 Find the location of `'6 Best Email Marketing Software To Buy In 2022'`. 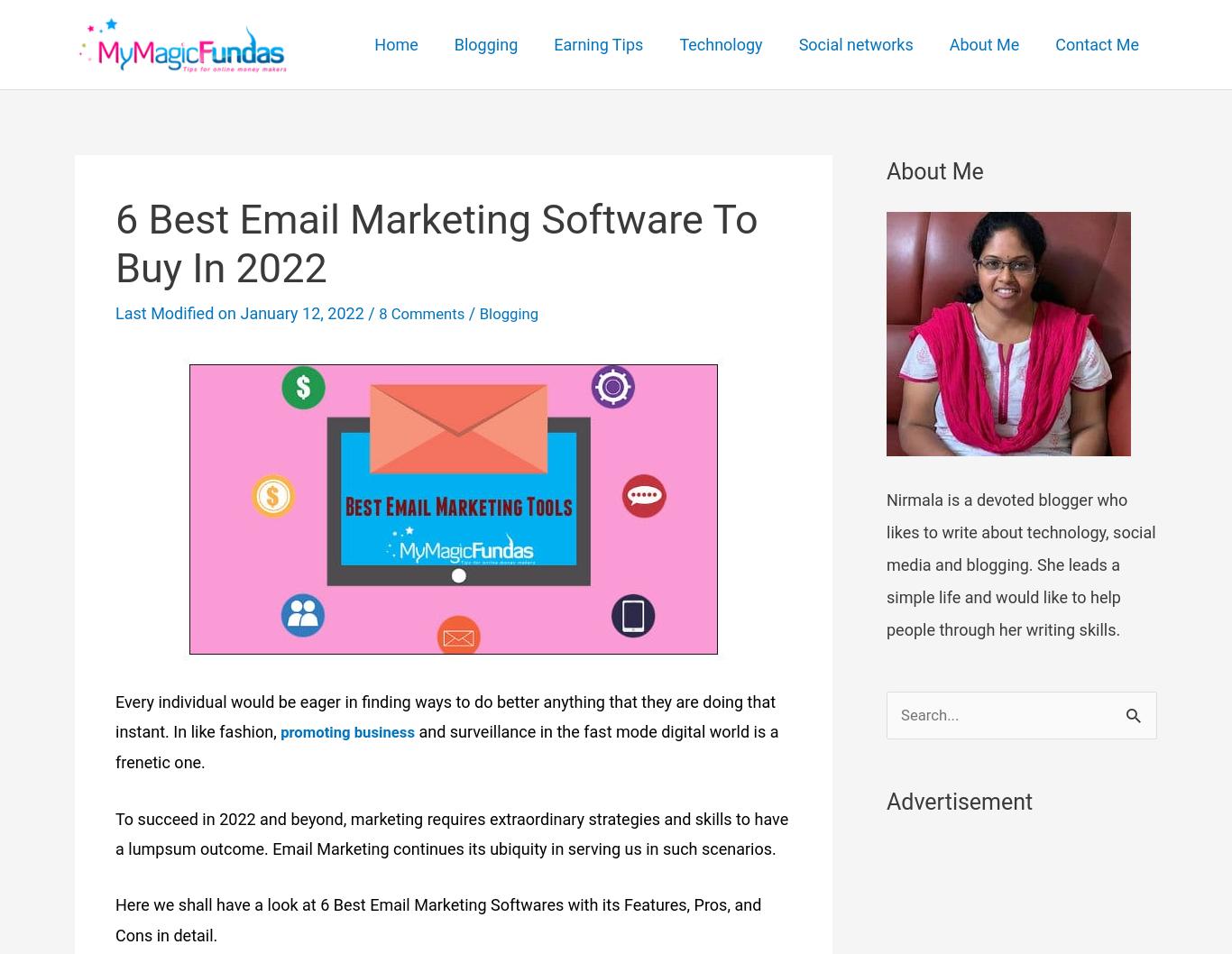

'6 Best Email Marketing Software To Buy In 2022' is located at coordinates (436, 243).